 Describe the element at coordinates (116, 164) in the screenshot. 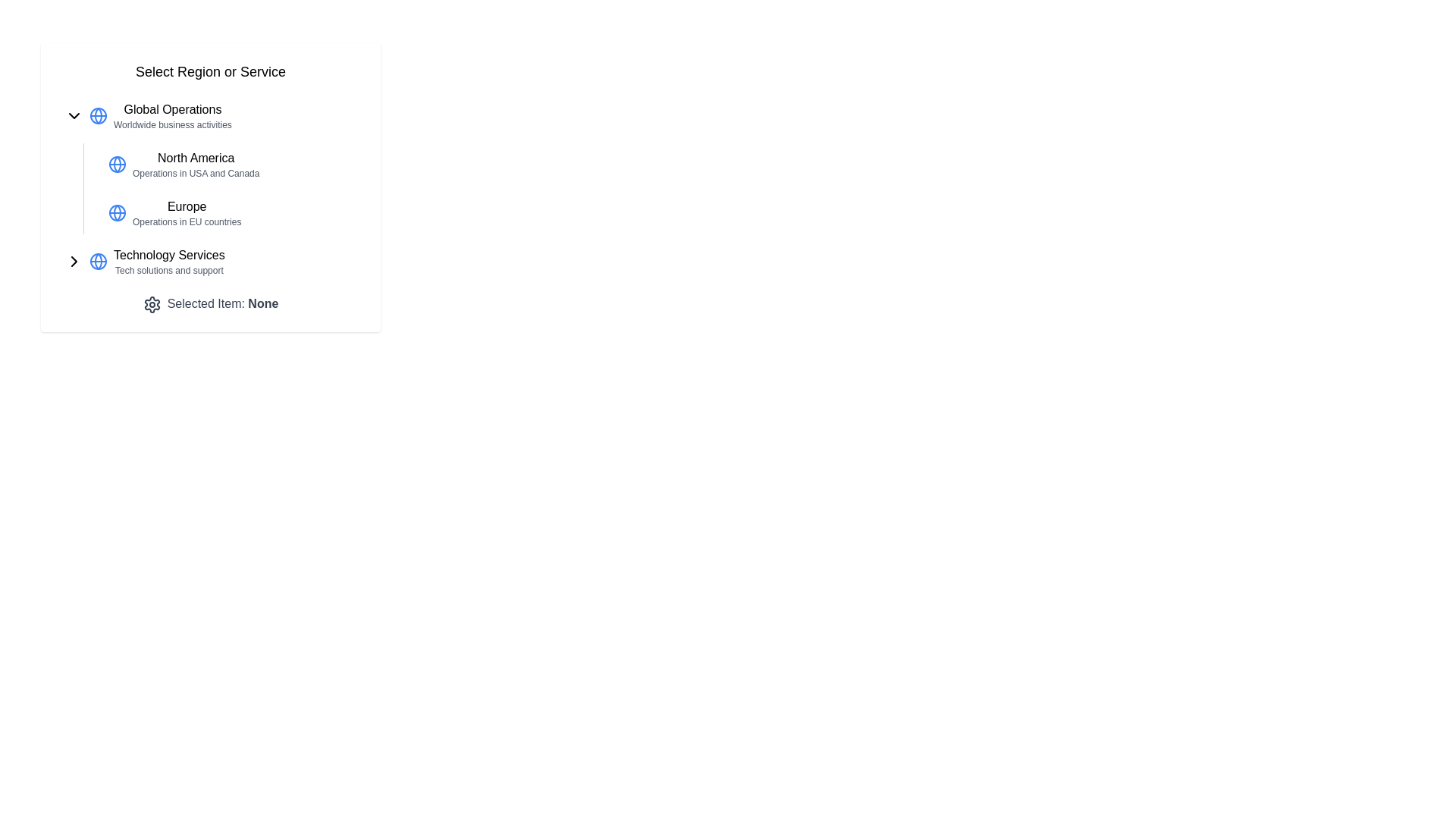

I see `the visual indicator associated with the 'North America' section in the region or service selection interface, located to the left of the text 'North America'` at that location.